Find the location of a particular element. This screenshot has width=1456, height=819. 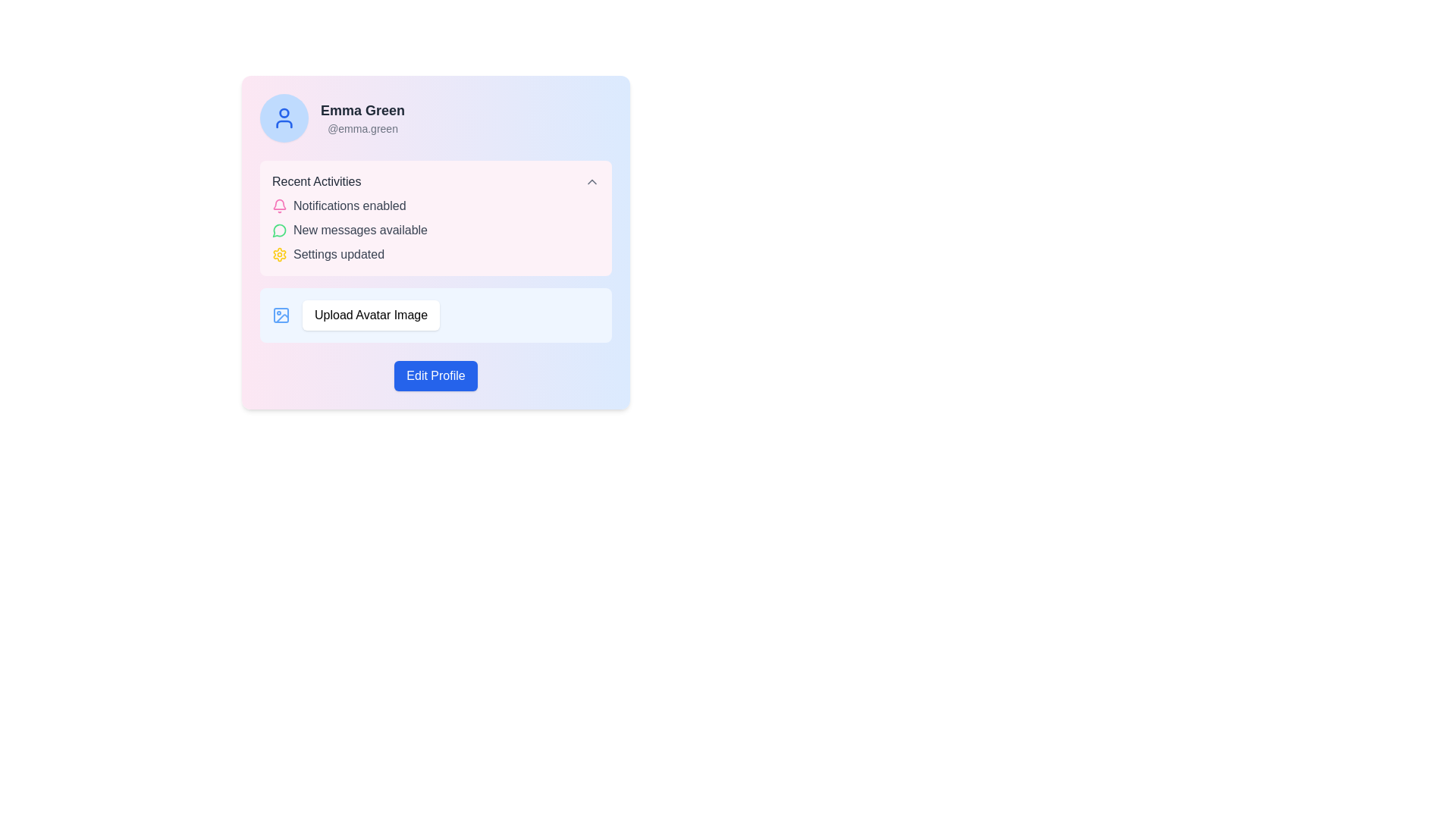

the notification bell icon outlined in light pink-red, located in the 'Recent Activities' section as the first icon from the top-left is located at coordinates (280, 206).